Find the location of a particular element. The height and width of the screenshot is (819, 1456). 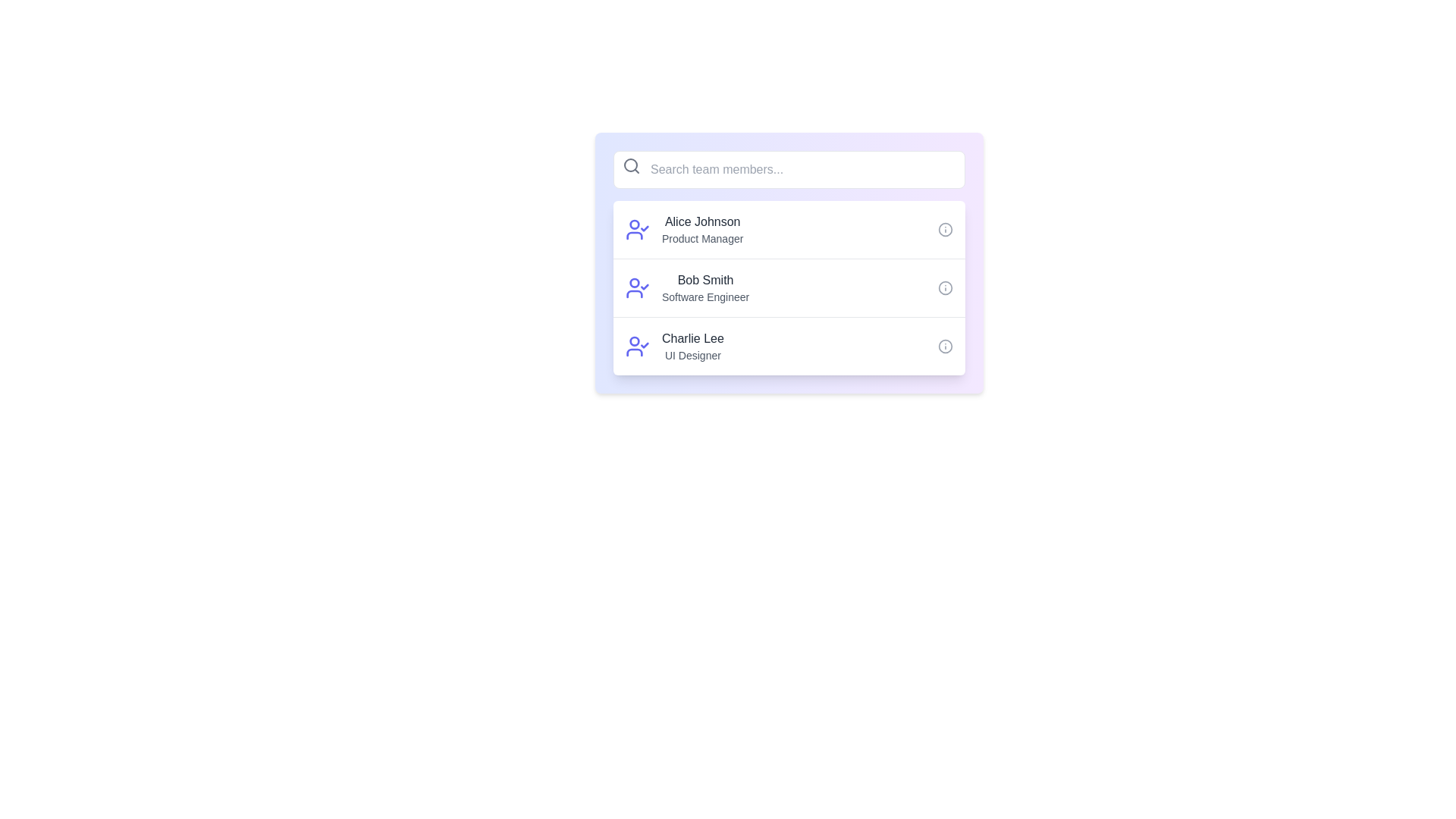

the list item displaying 'Bob Smith', which is the second entry in the vertical list is located at coordinates (789, 287).